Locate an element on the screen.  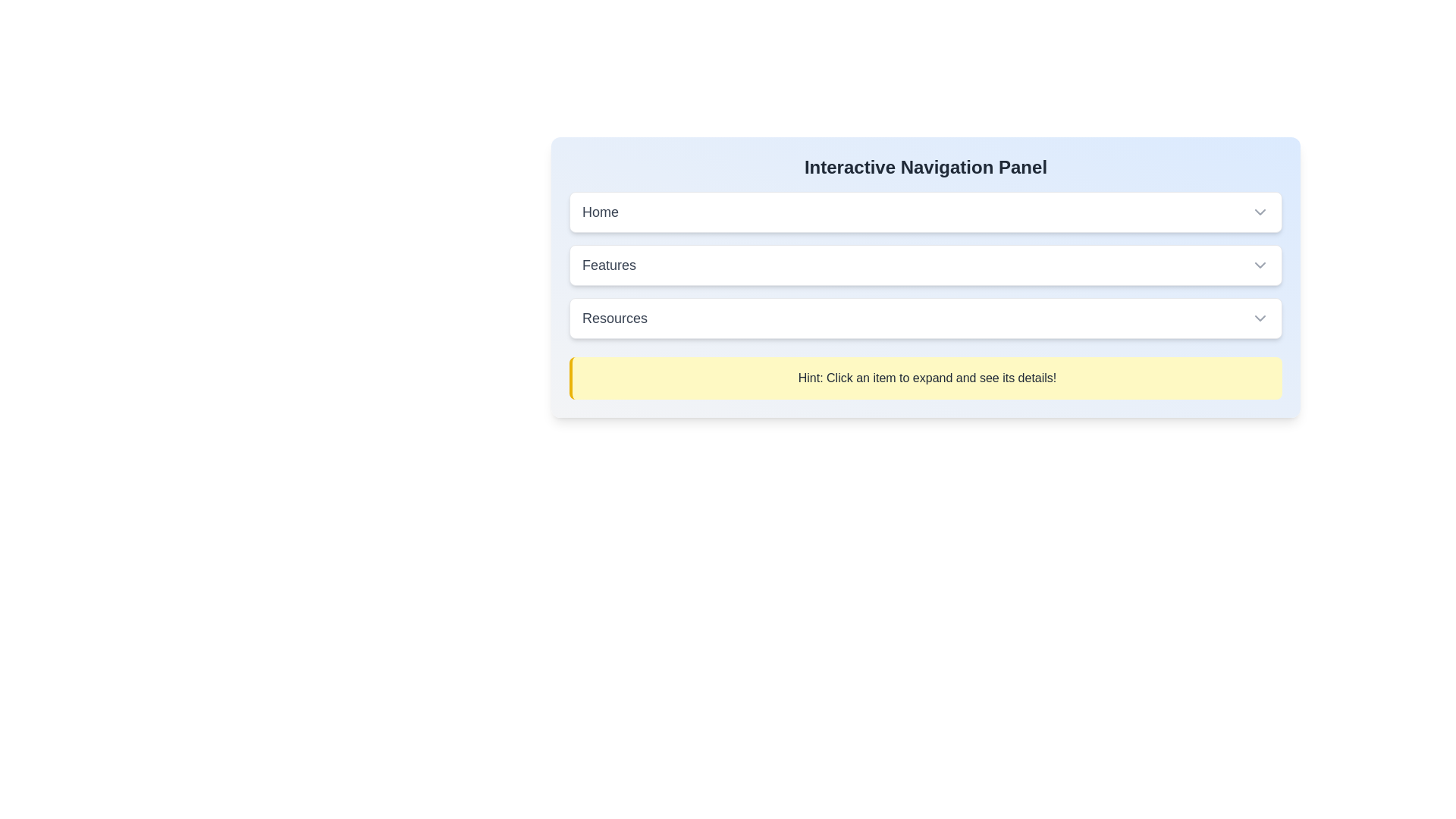
the Interactive dropdown toggle button located in the navigation panel is located at coordinates (924, 265).